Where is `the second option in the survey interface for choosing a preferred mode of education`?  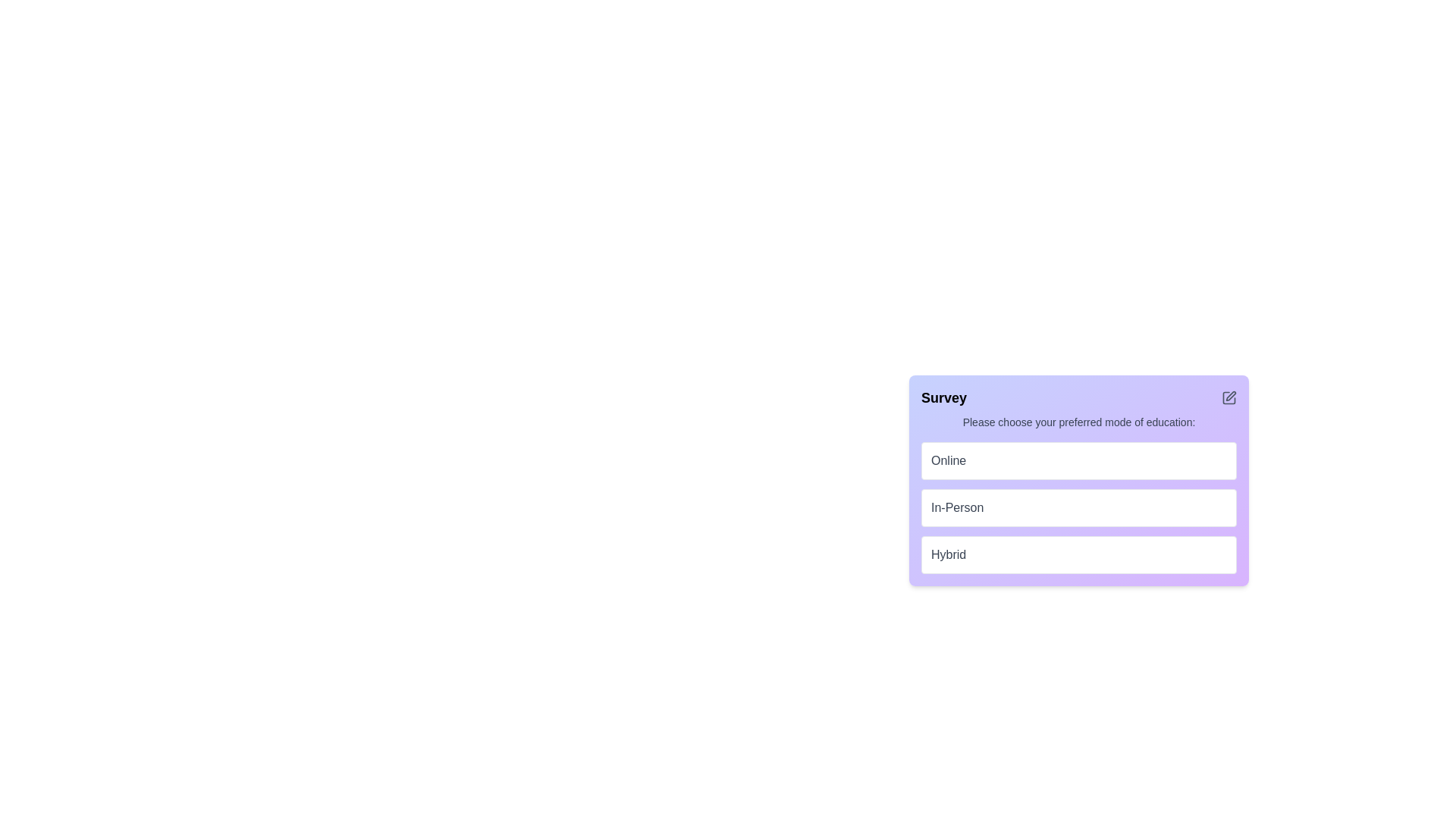 the second option in the survey interface for choosing a preferred mode of education is located at coordinates (1078, 525).